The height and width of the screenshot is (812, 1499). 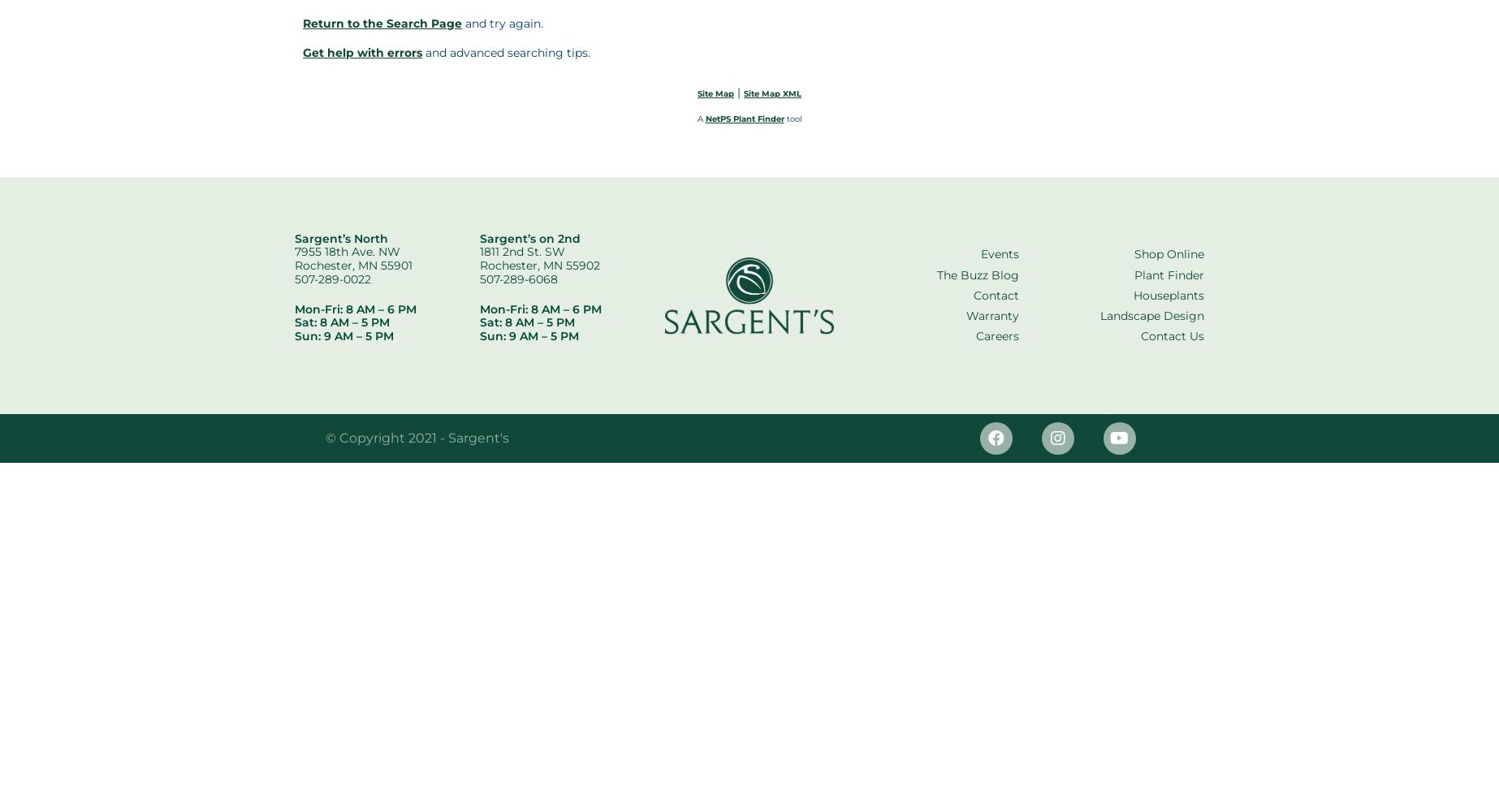 What do you see at coordinates (996, 294) in the screenshot?
I see `'Contact'` at bounding box center [996, 294].